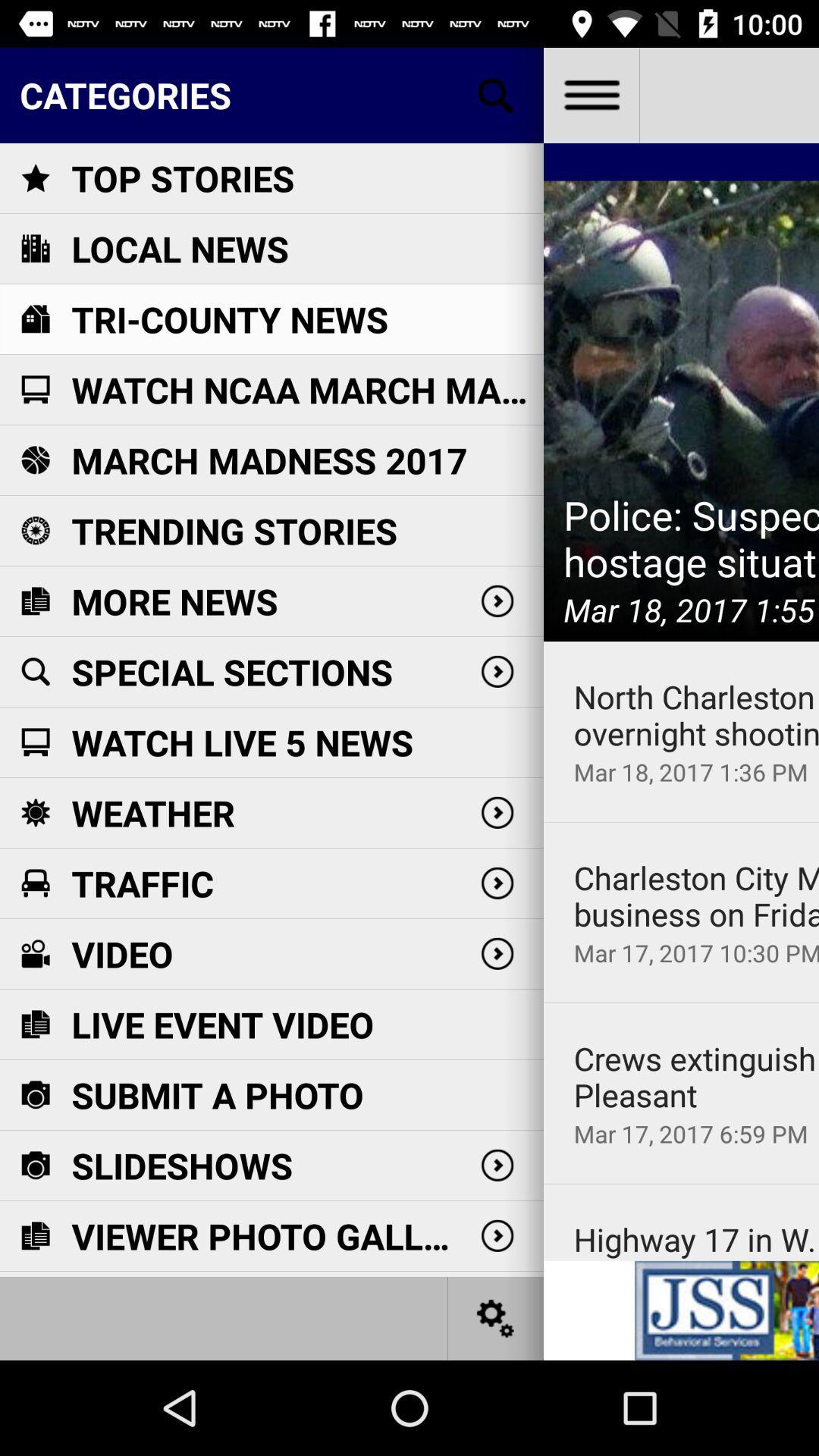 This screenshot has height=1456, width=819. I want to click on icon below live event video item, so click(218, 1095).